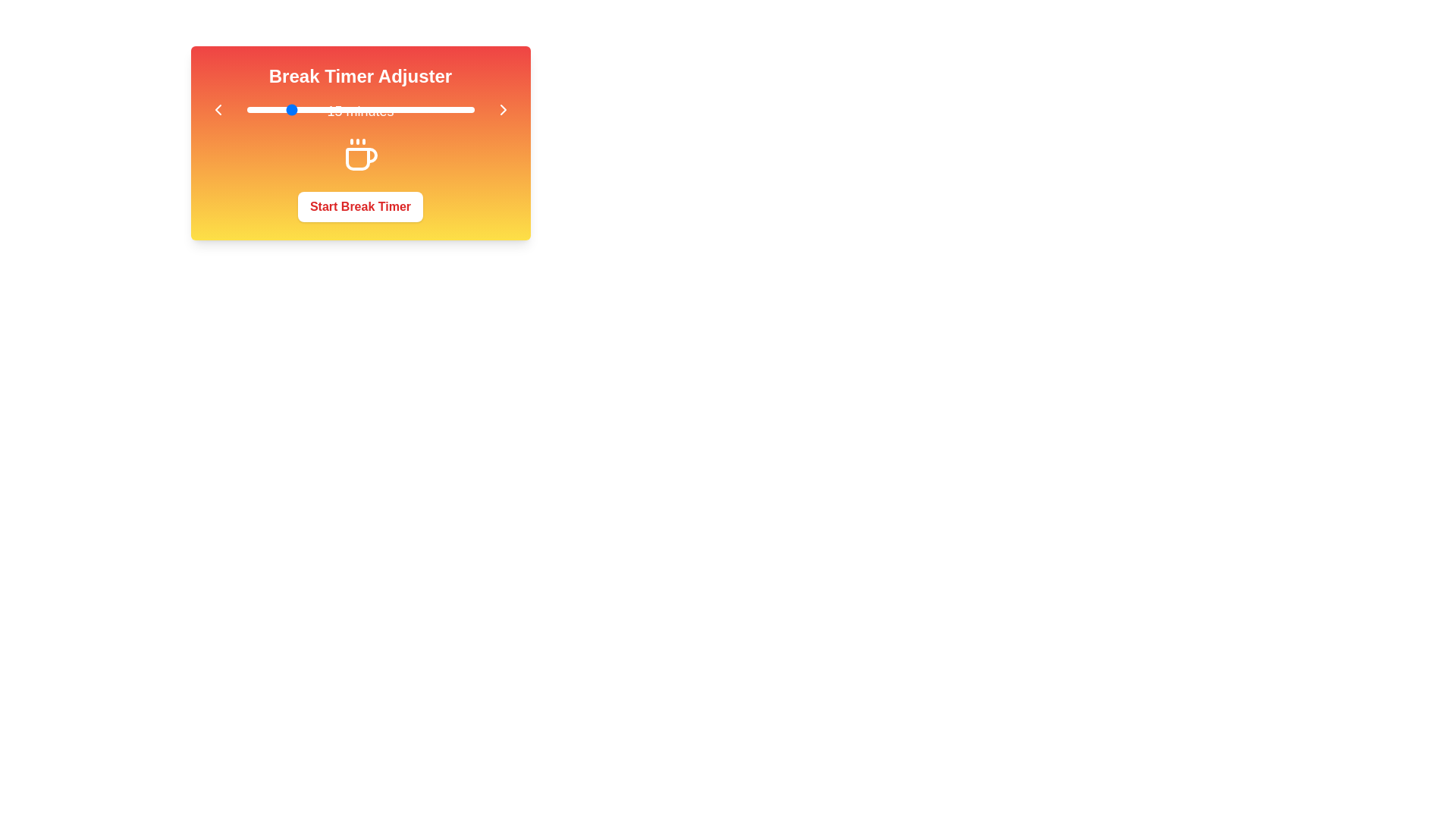  I want to click on the coffee icon to interact with it, so click(359, 155).